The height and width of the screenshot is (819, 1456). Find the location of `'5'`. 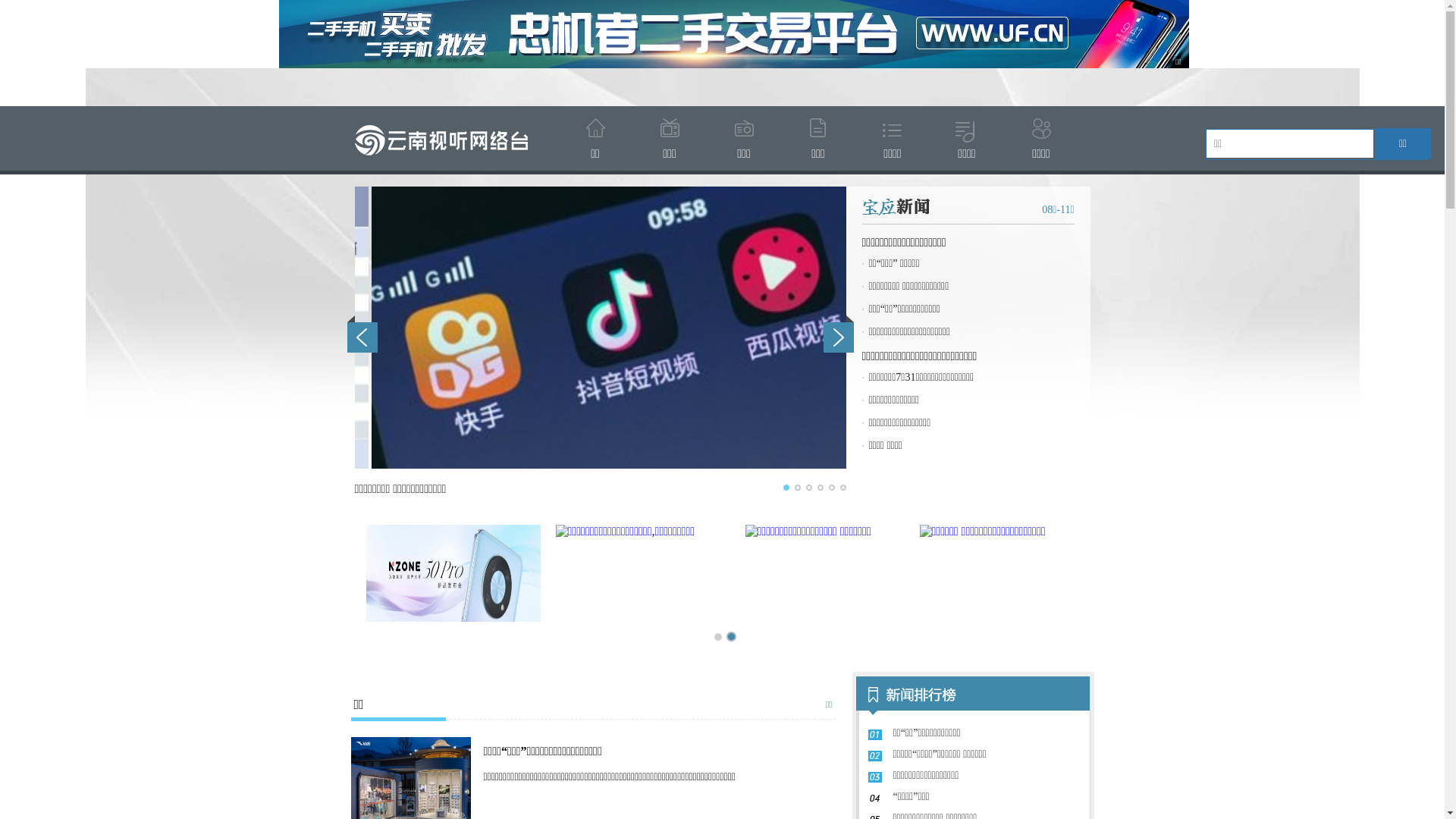

'5' is located at coordinates (830, 488).